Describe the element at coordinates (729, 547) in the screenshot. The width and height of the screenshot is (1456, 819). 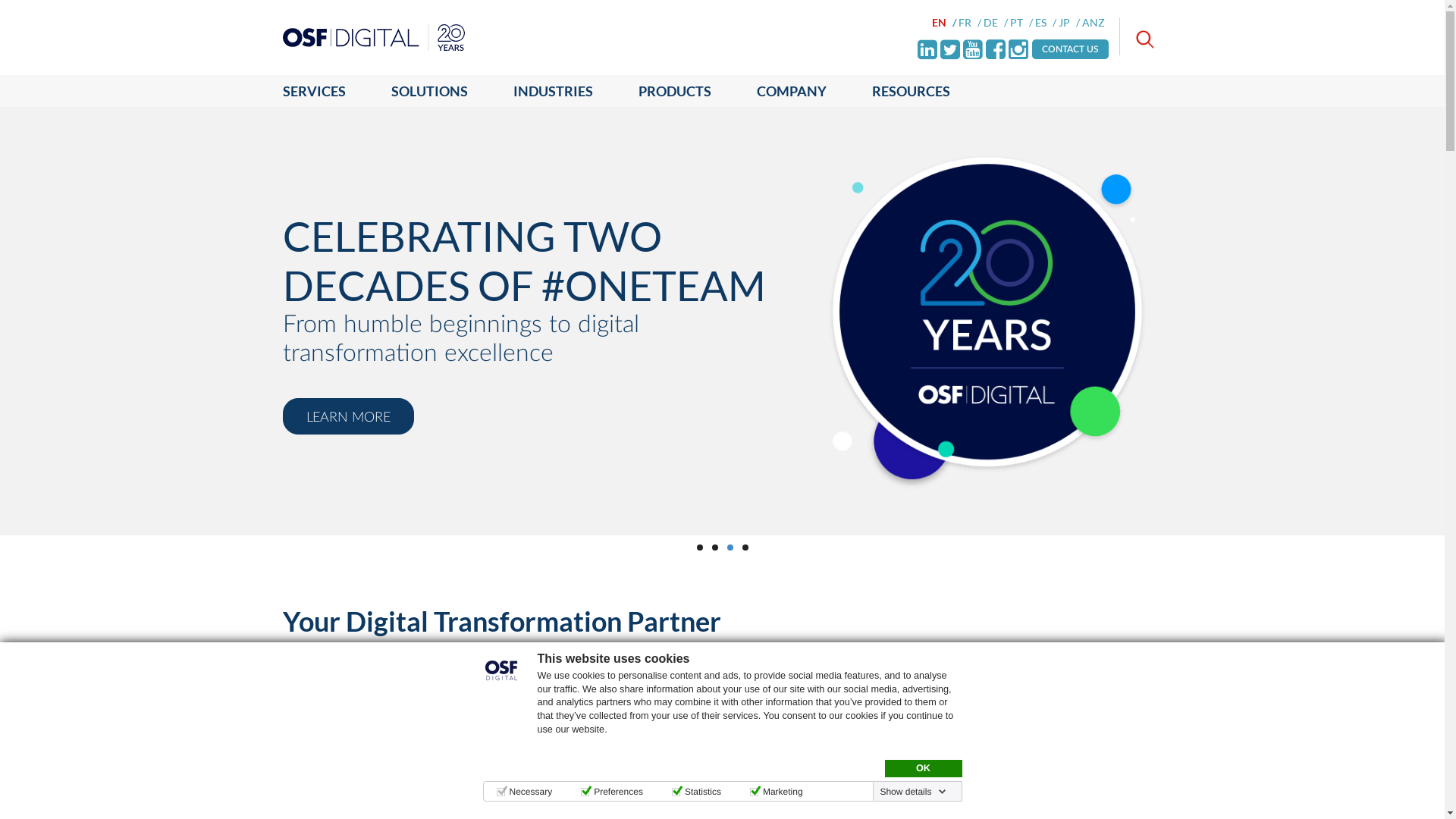
I see `'3'` at that location.